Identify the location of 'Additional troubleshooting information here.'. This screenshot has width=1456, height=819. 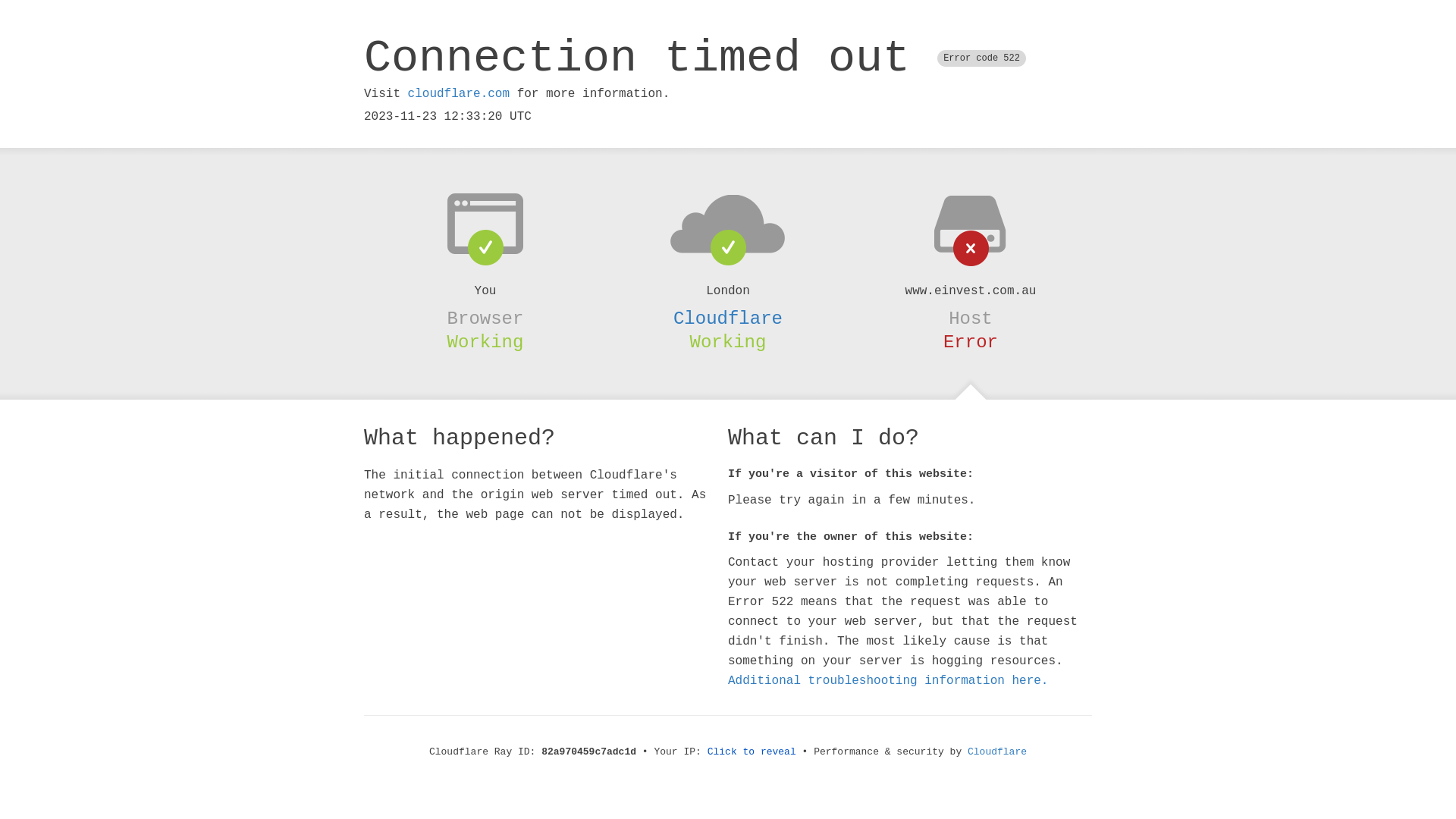
(888, 680).